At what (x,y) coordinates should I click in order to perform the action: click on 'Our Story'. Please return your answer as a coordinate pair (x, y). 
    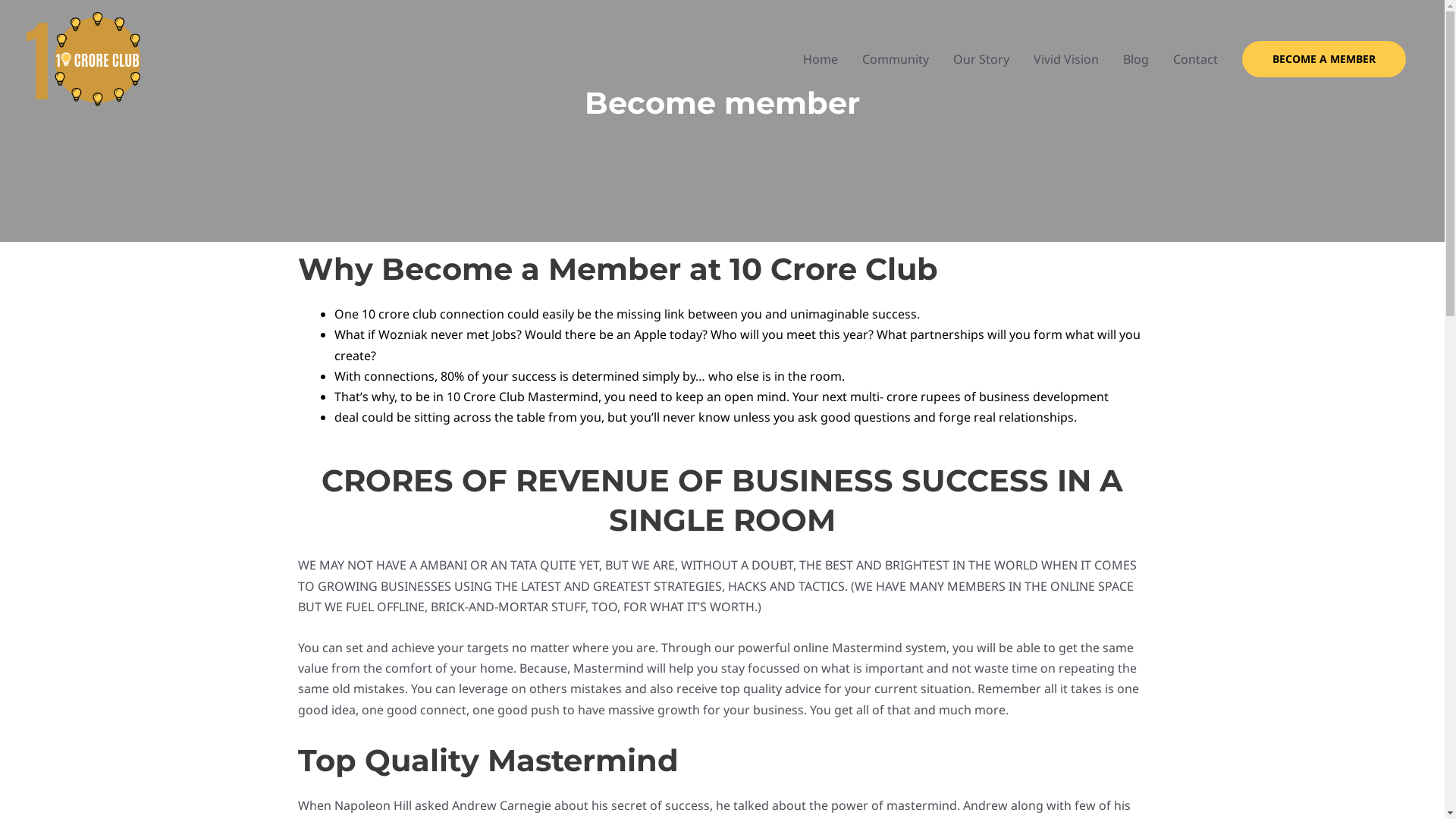
    Looking at the image, I should click on (940, 58).